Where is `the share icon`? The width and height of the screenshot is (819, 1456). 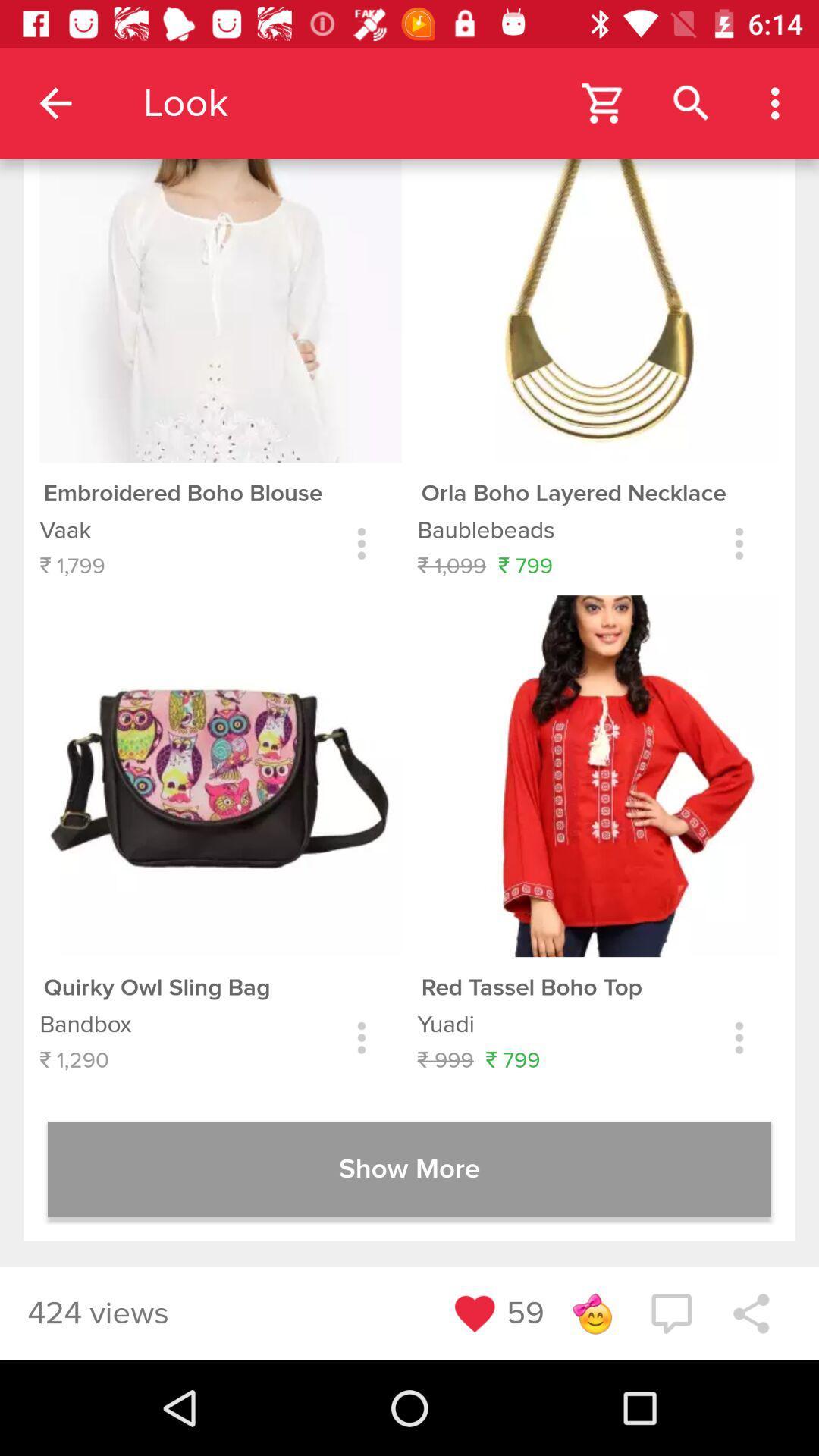
the share icon is located at coordinates (751, 1313).